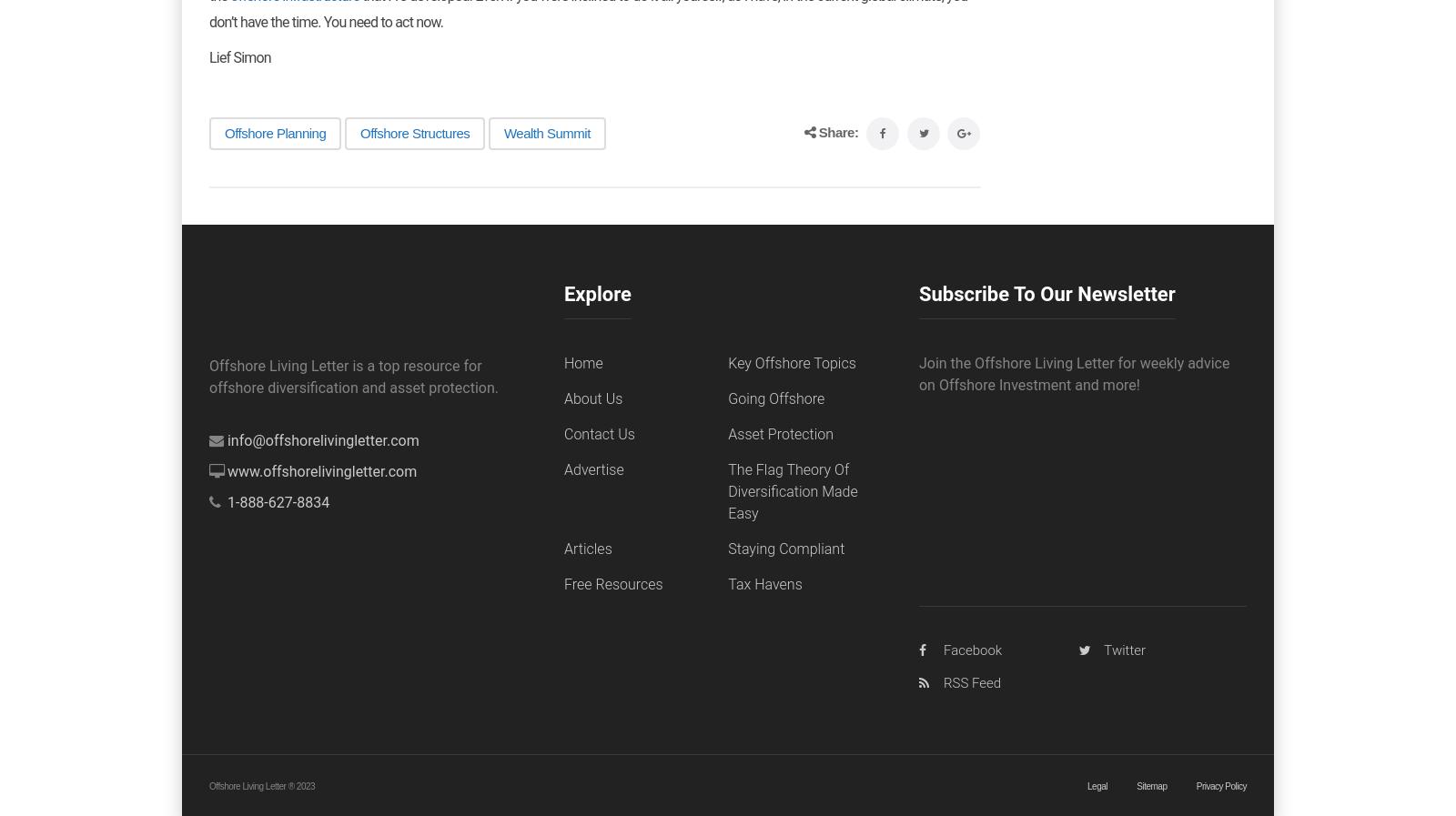 The height and width of the screenshot is (816, 1456). What do you see at coordinates (763, 583) in the screenshot?
I see `'Tax Havens'` at bounding box center [763, 583].